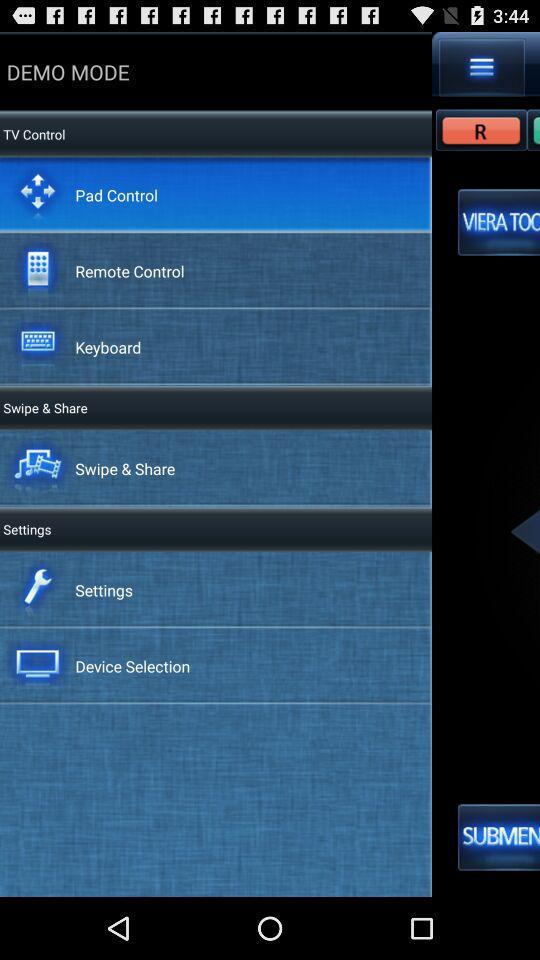  Describe the element at coordinates (481, 67) in the screenshot. I see `click here for menu options` at that location.